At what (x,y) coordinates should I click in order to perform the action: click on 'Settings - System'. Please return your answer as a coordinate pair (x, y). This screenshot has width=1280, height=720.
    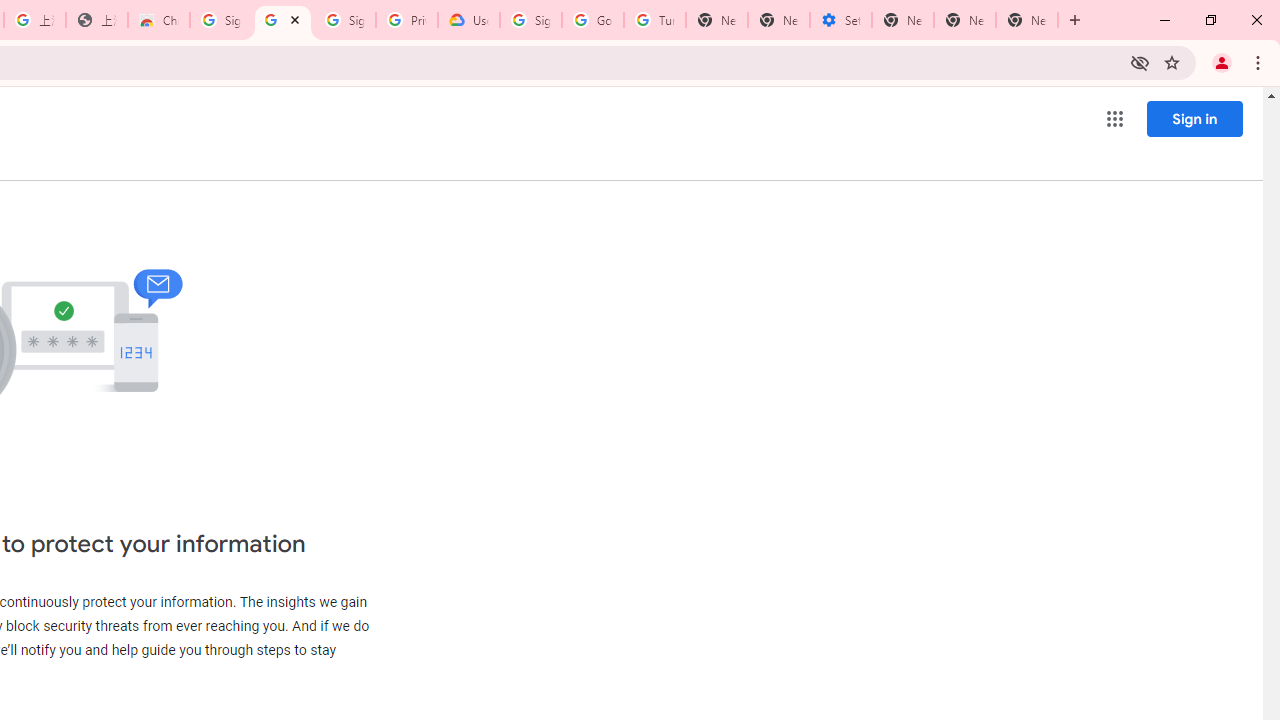
    Looking at the image, I should click on (840, 20).